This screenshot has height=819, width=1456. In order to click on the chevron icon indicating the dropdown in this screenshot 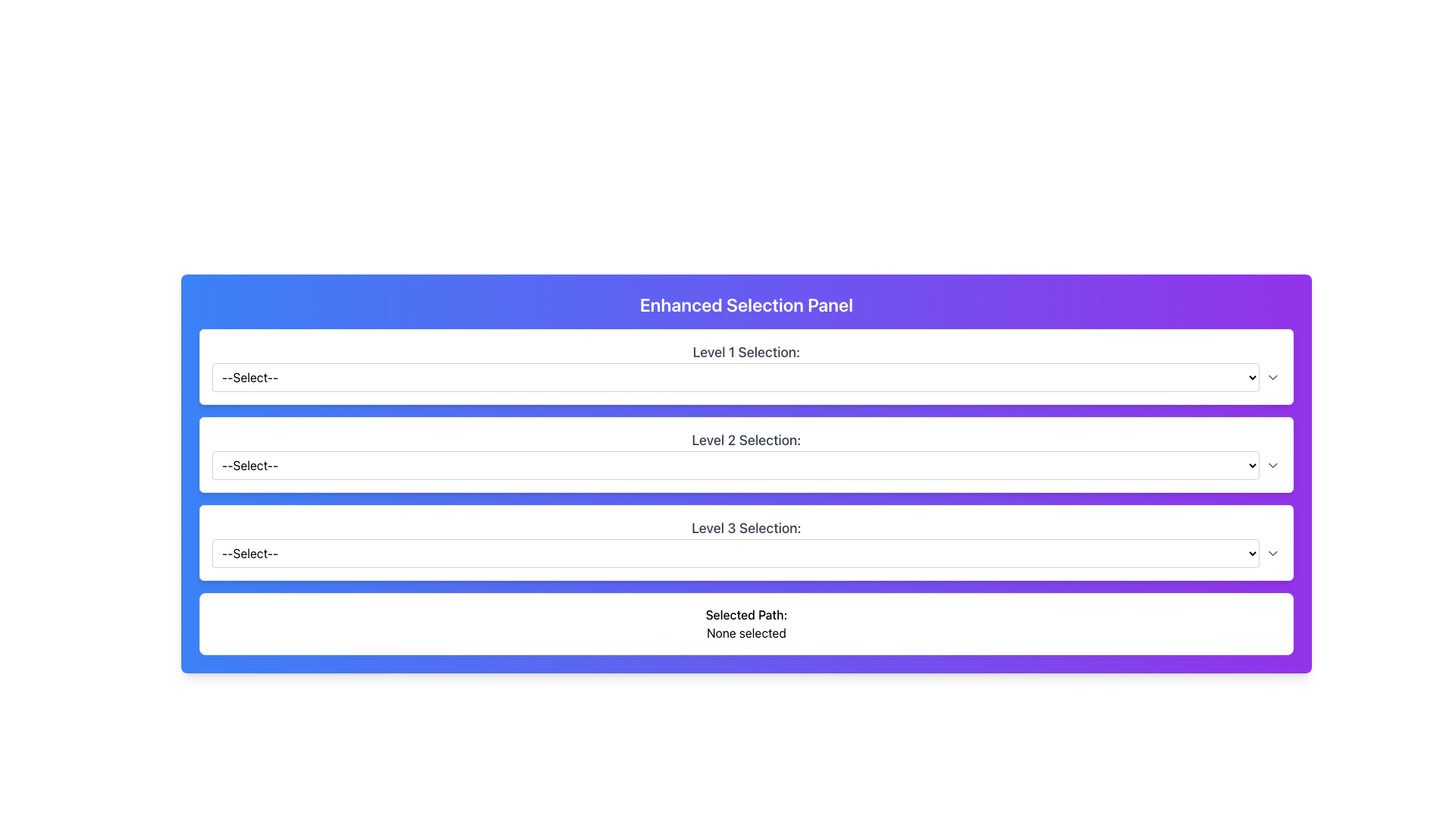, I will do `click(1273, 464)`.